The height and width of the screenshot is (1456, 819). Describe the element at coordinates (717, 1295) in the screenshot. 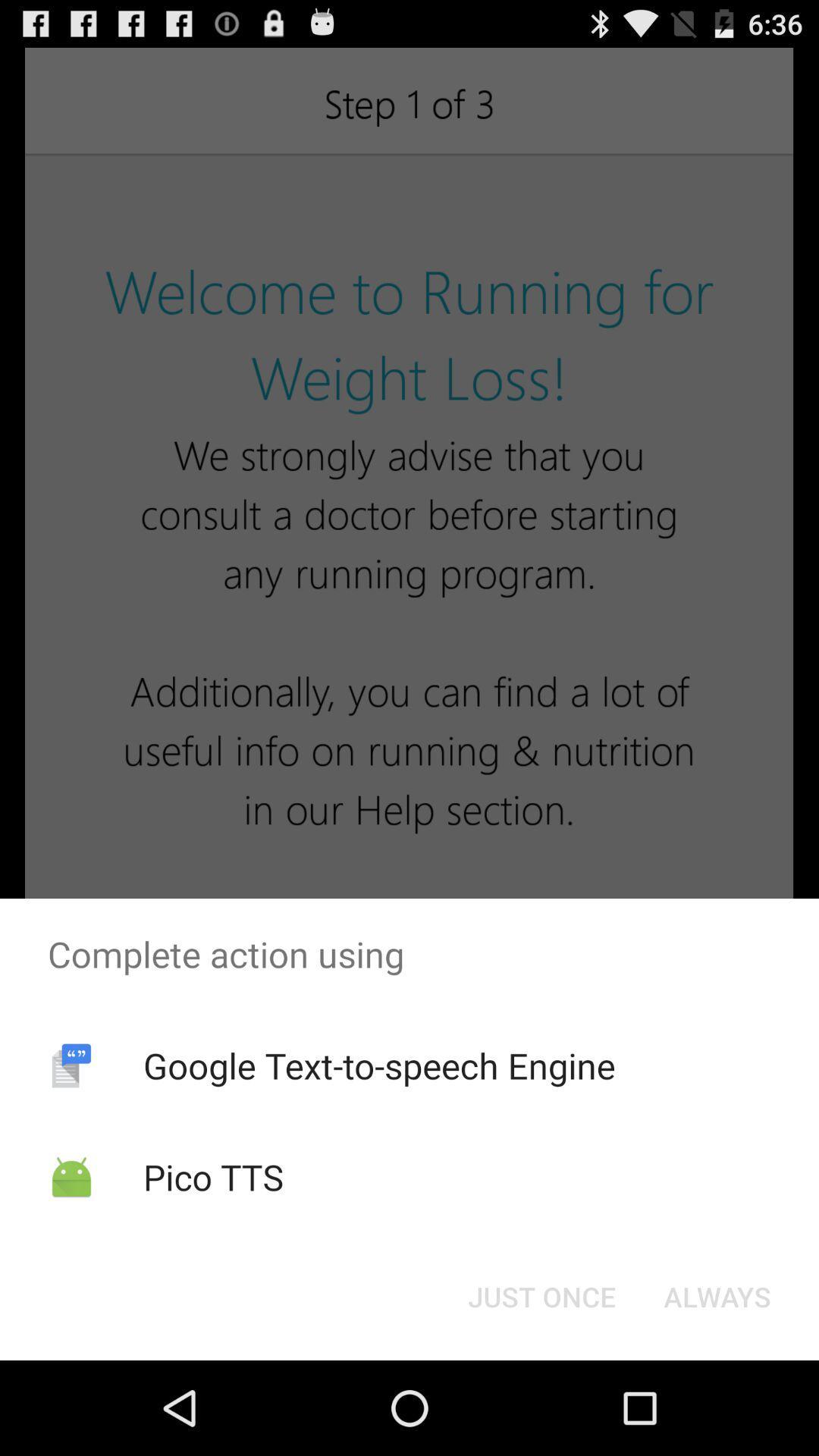

I see `the always item` at that location.